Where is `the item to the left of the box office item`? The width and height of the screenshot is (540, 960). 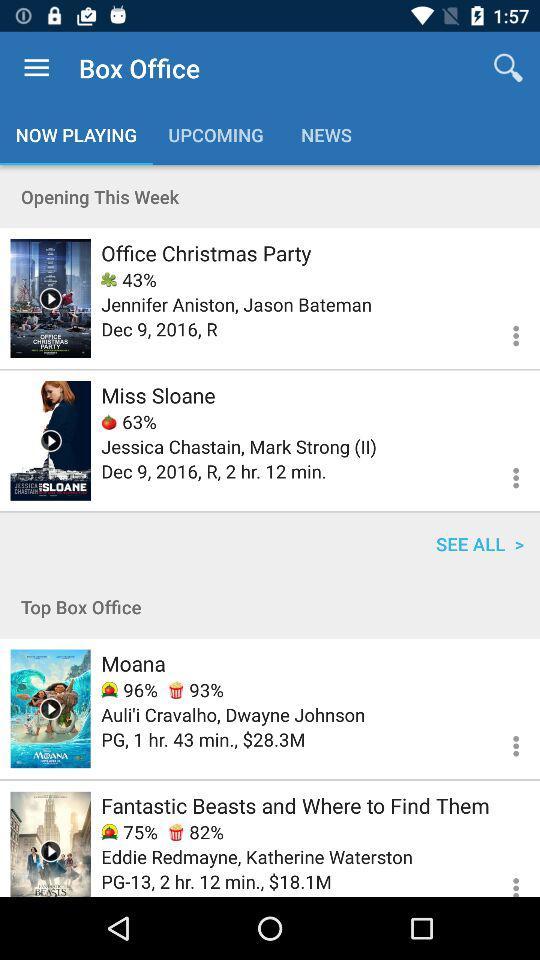
the item to the left of the box office item is located at coordinates (36, 68).